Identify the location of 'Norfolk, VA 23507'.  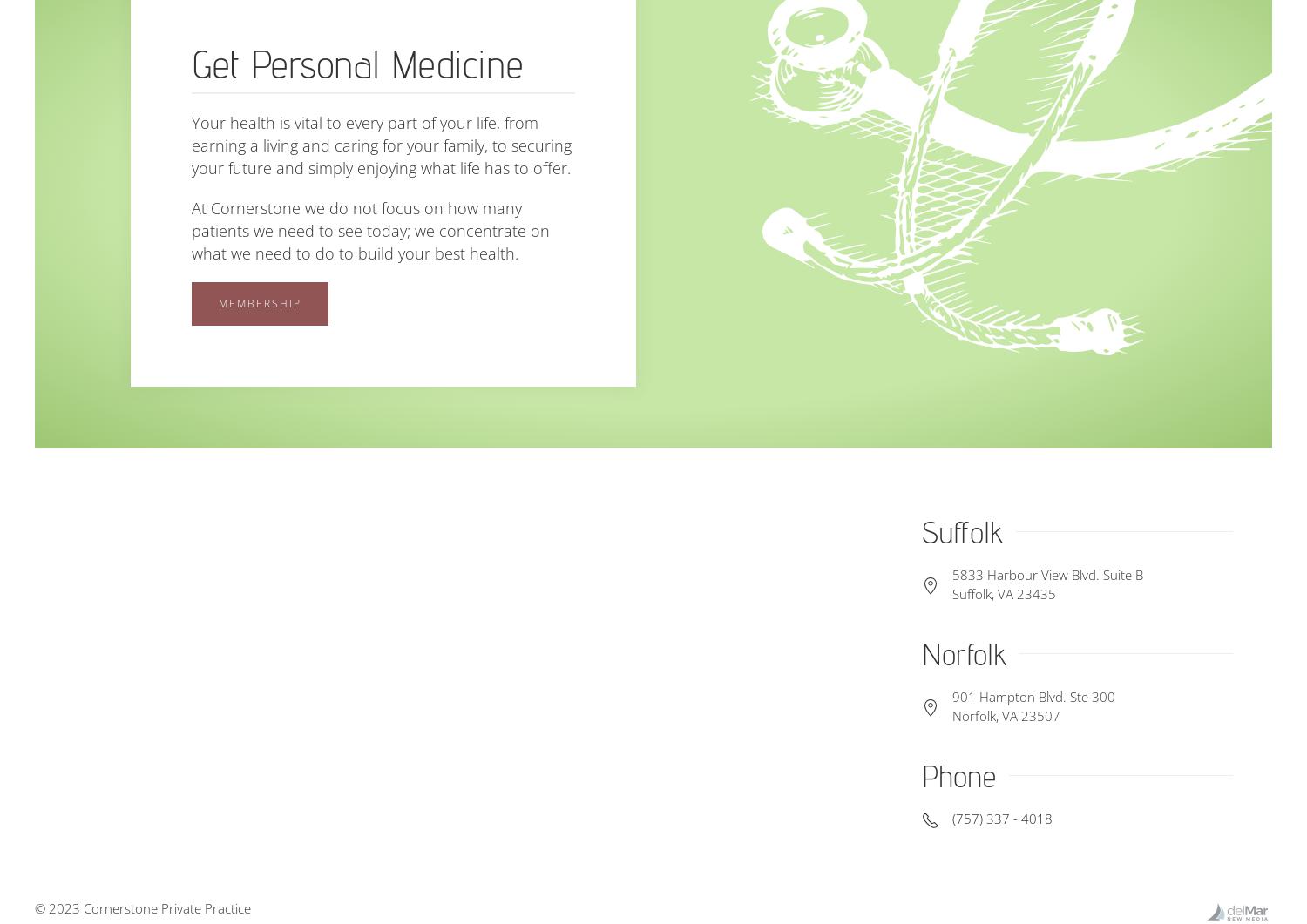
(1005, 715).